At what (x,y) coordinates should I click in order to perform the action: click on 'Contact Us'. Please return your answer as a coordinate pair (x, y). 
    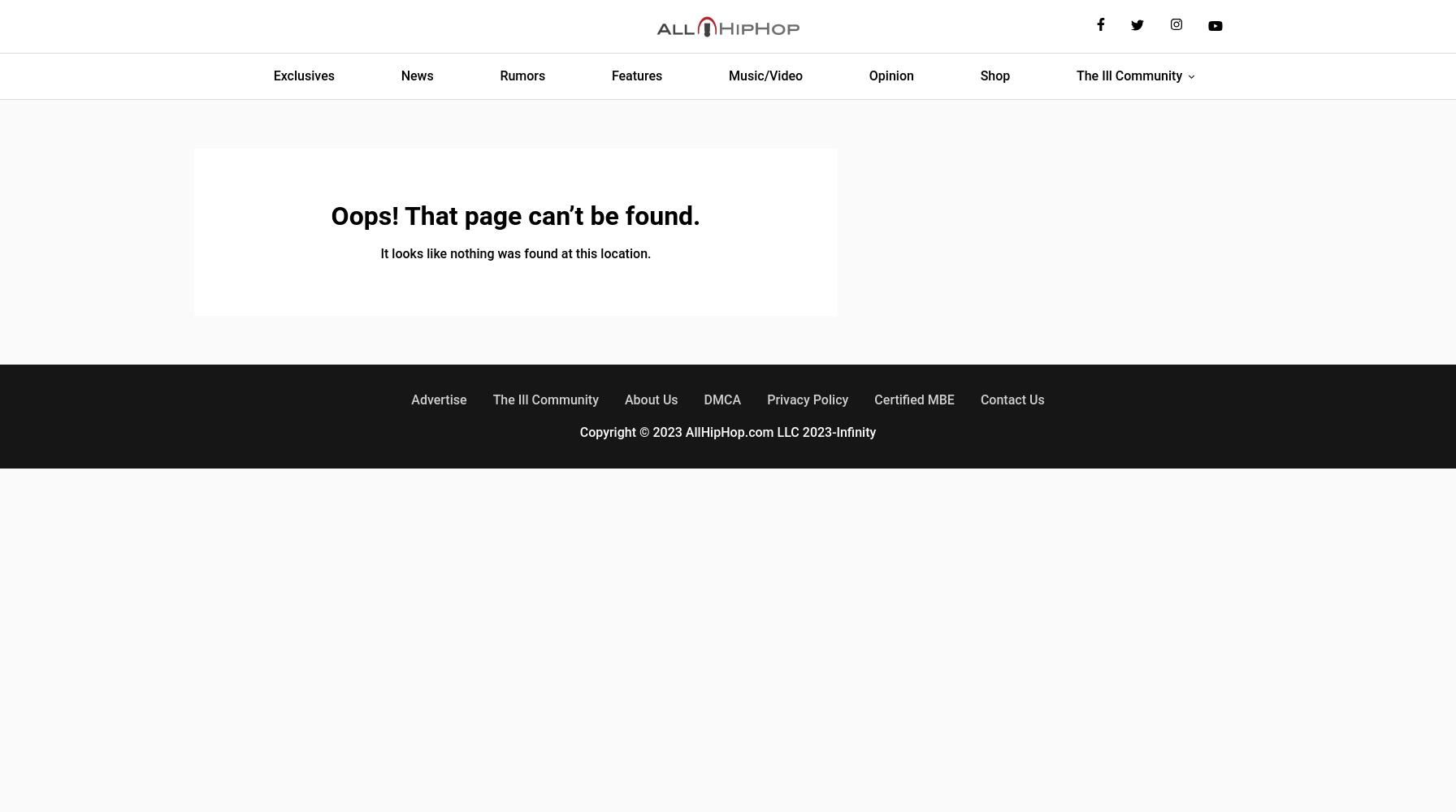
    Looking at the image, I should click on (980, 399).